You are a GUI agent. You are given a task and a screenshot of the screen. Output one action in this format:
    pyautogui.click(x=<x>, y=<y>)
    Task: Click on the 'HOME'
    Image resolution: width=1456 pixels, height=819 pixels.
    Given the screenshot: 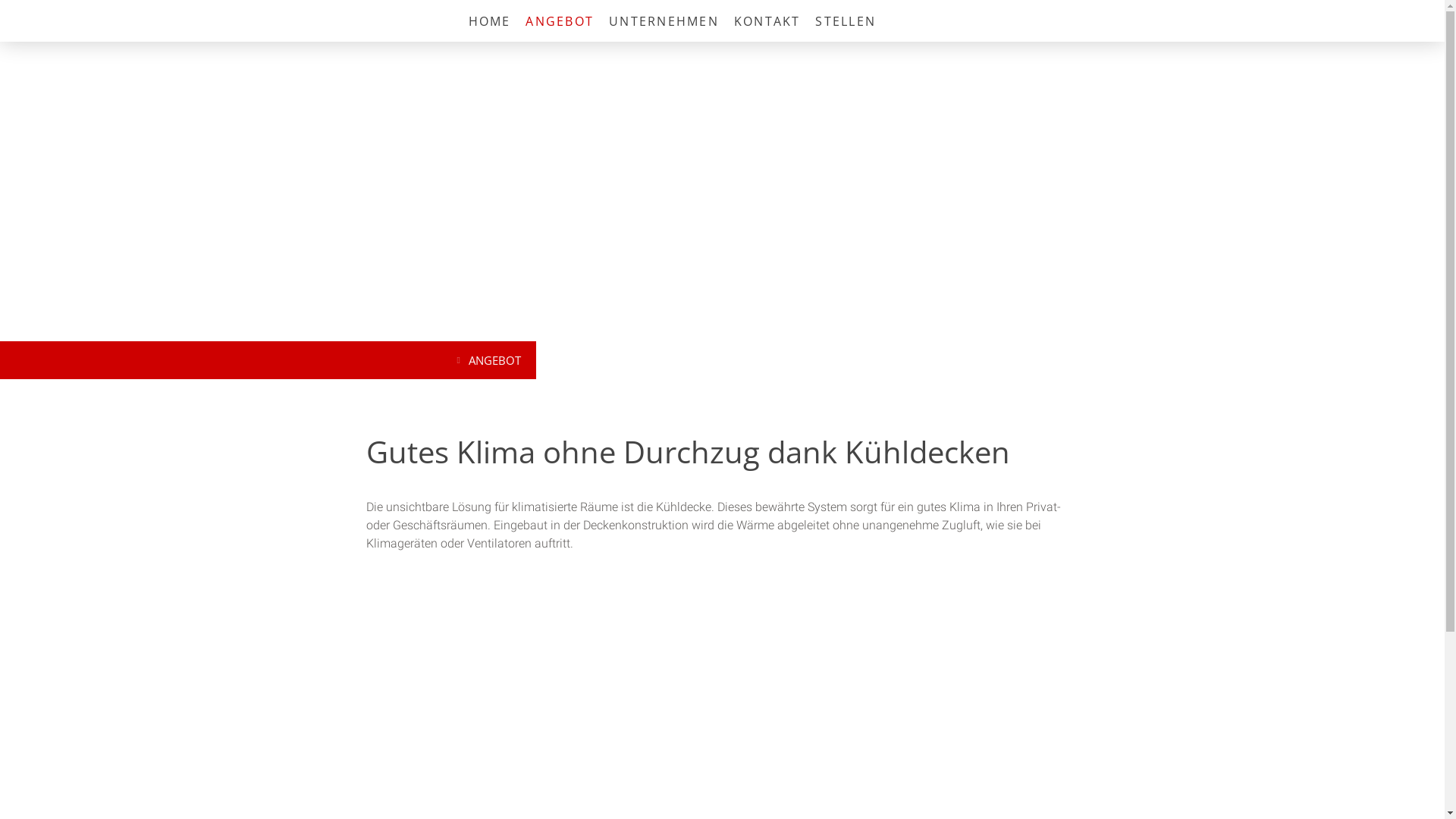 What is the action you would take?
    pyautogui.click(x=490, y=20)
    